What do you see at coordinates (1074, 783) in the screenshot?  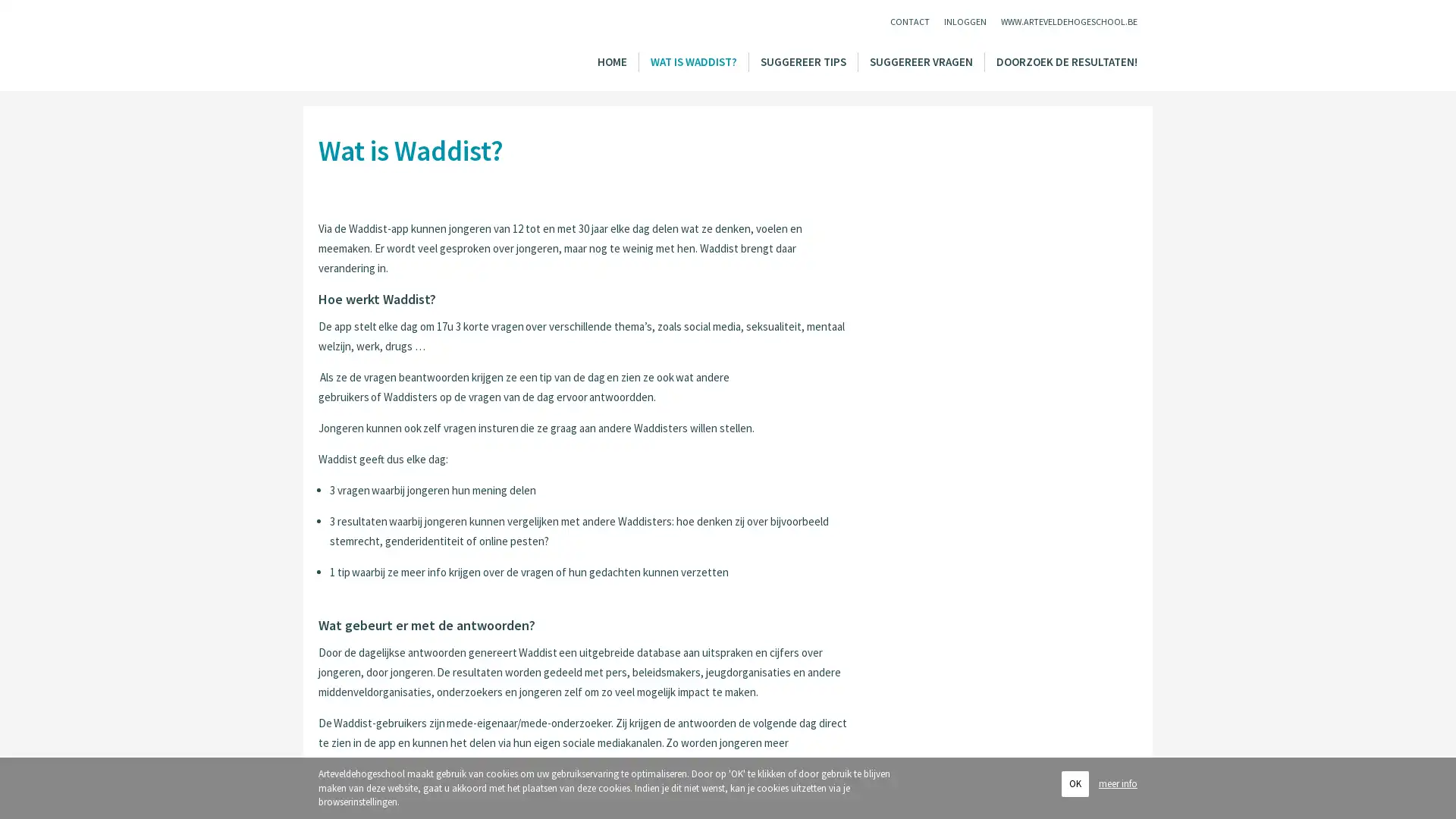 I see `OK` at bounding box center [1074, 783].